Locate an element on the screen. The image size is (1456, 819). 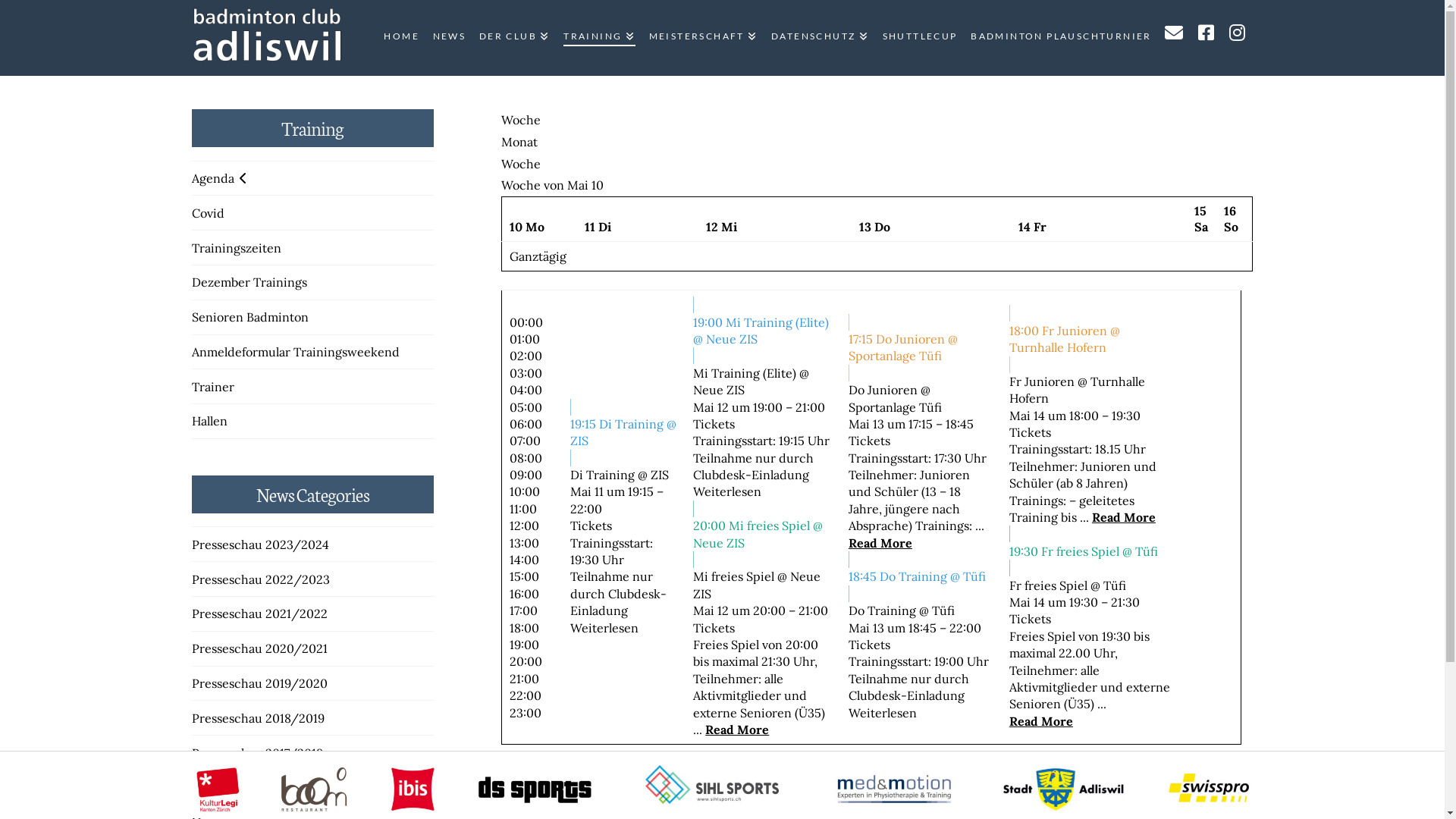
'Mi Training (Elite)' is located at coordinates (745, 373).